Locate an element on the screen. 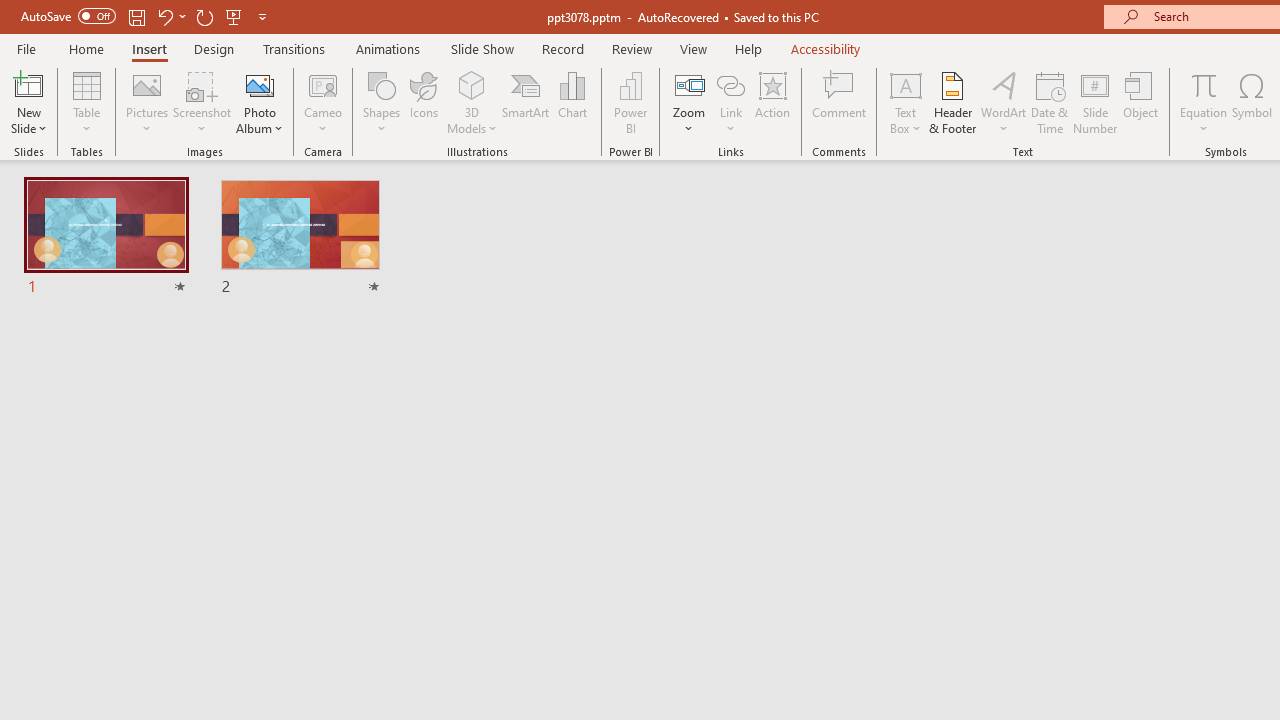  'Shapes' is located at coordinates (382, 103).